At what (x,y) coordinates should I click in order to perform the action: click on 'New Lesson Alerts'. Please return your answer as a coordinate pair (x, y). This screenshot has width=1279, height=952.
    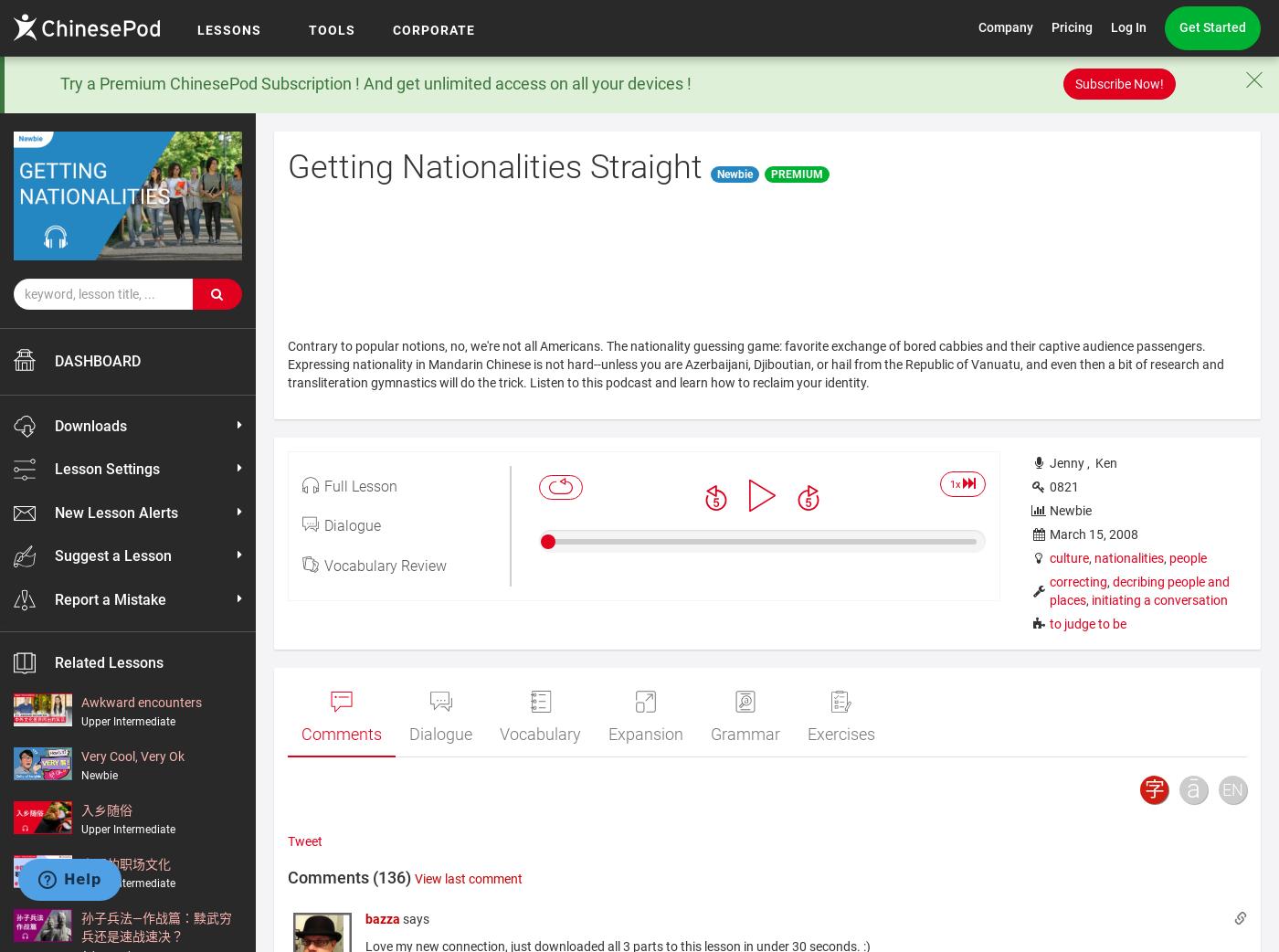
    Looking at the image, I should click on (55, 511).